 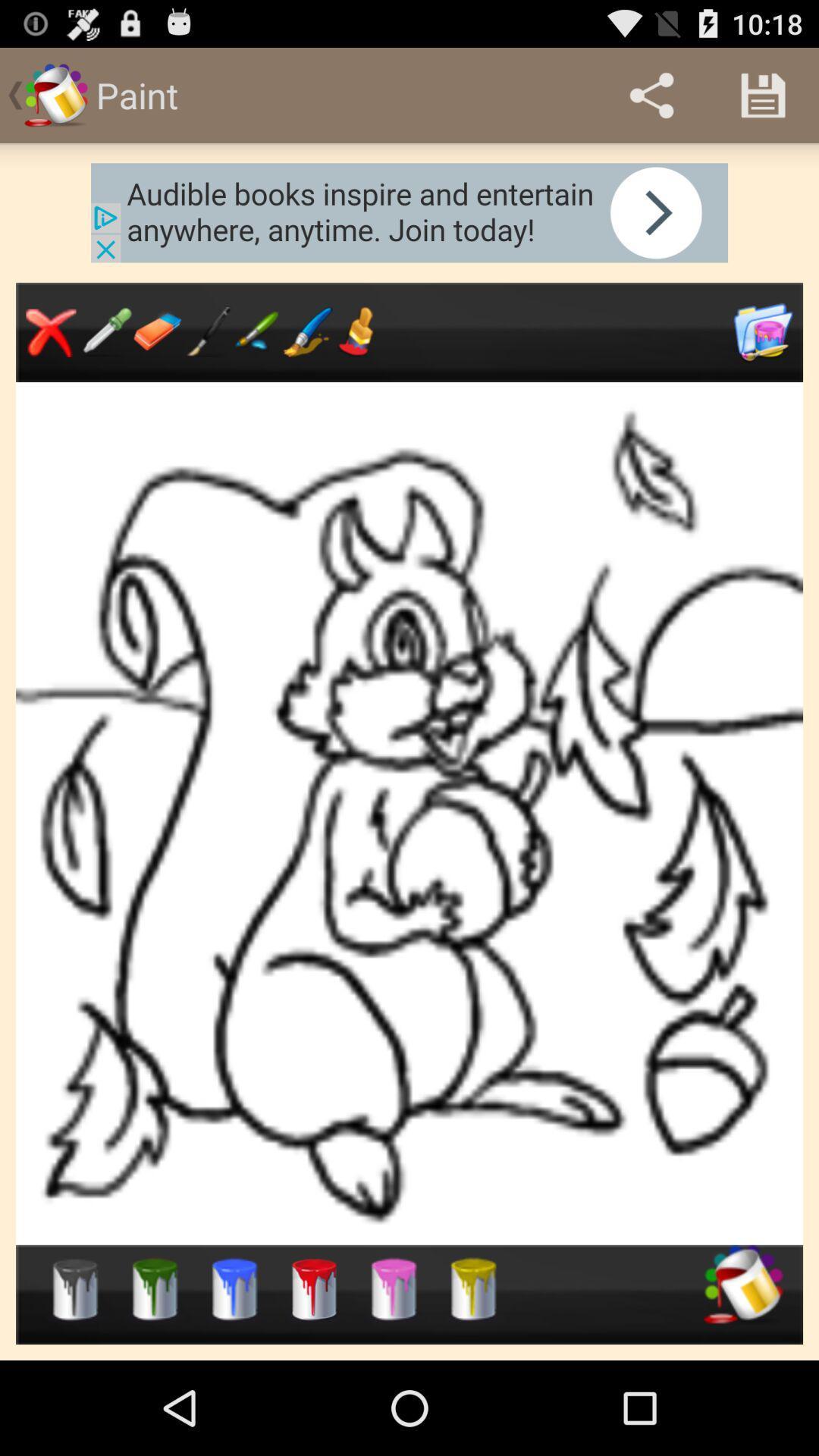 I want to click on the close icon, so click(x=256, y=354).